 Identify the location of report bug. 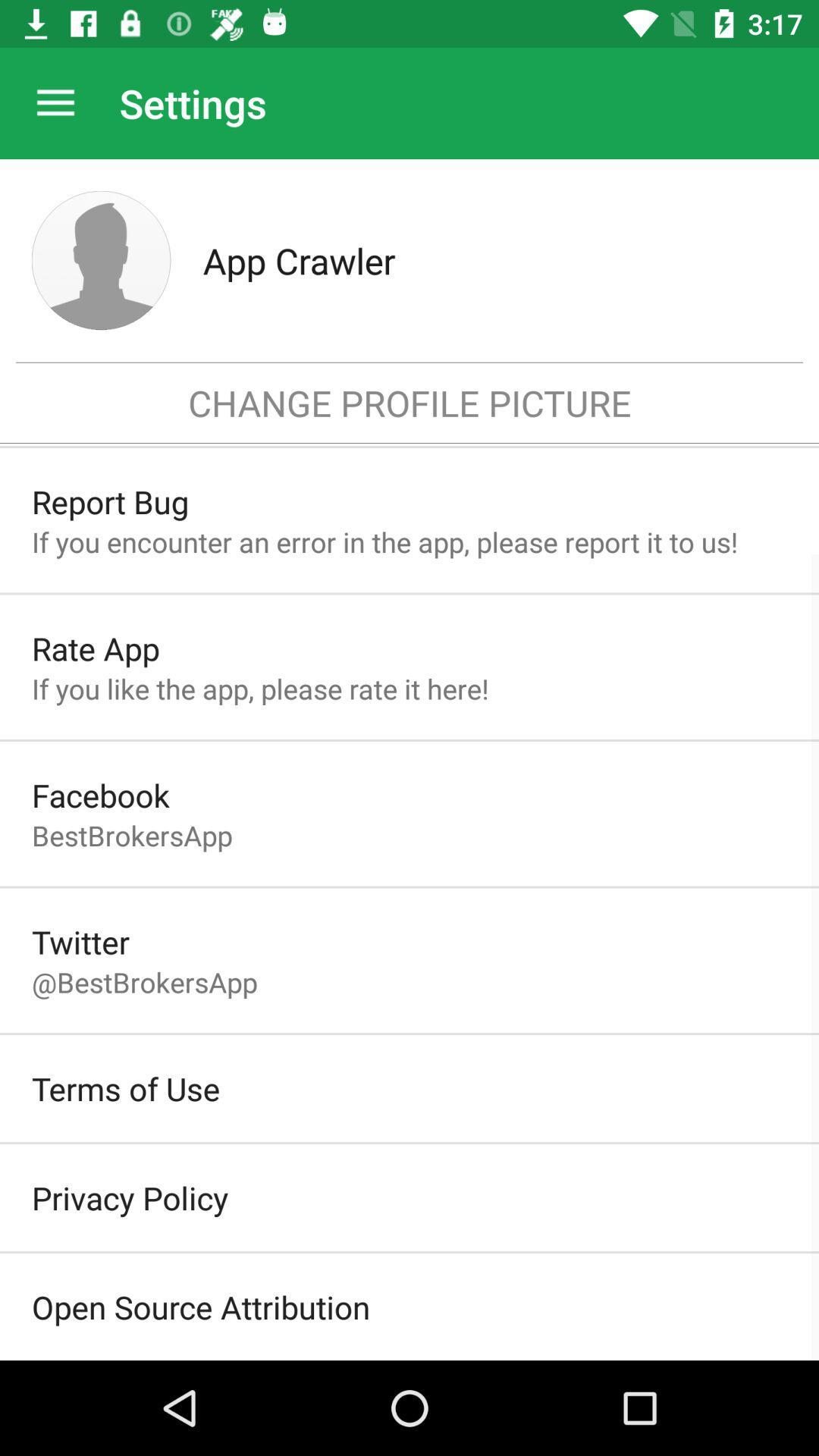
(109, 501).